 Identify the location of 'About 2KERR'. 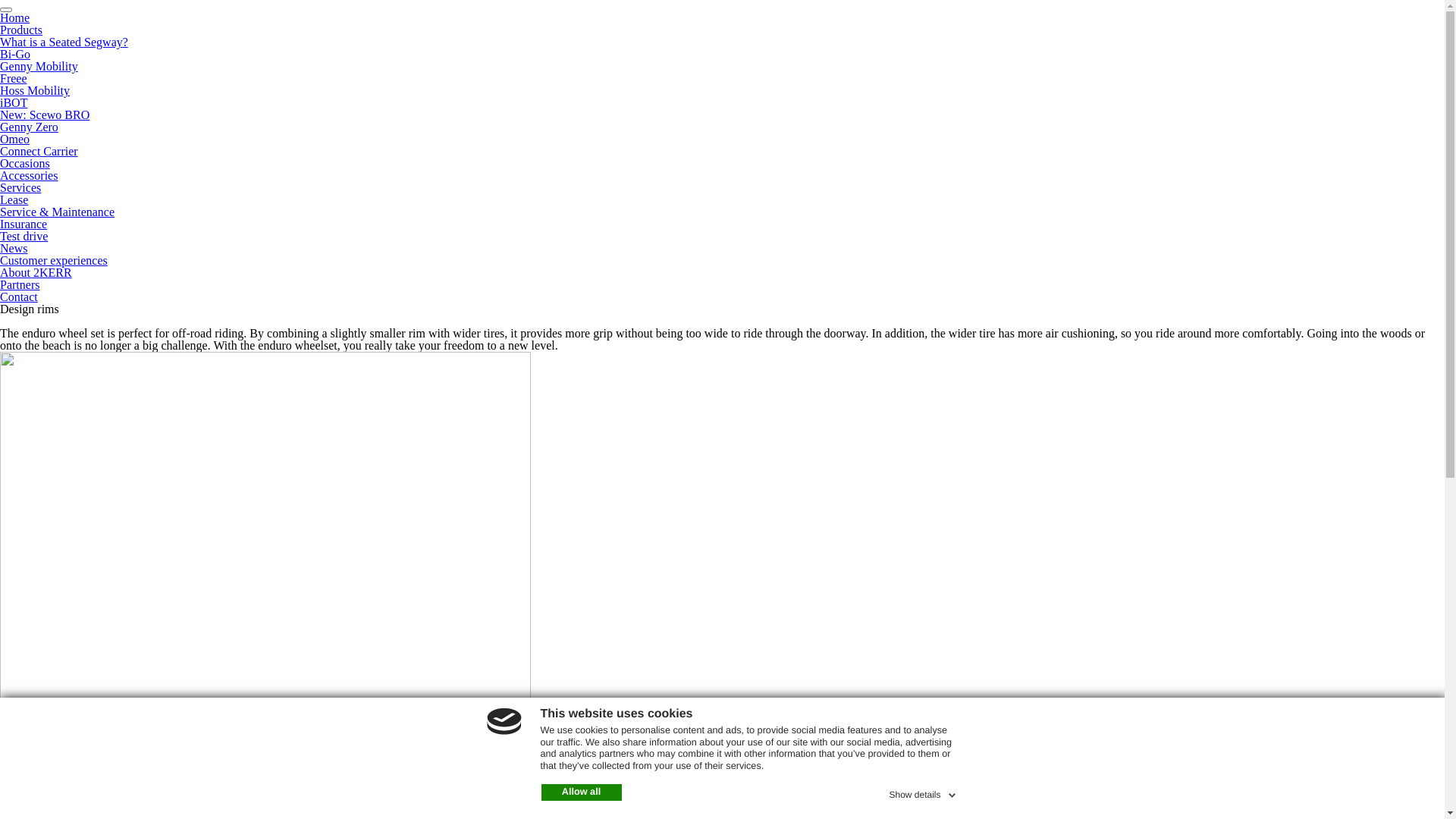
(36, 271).